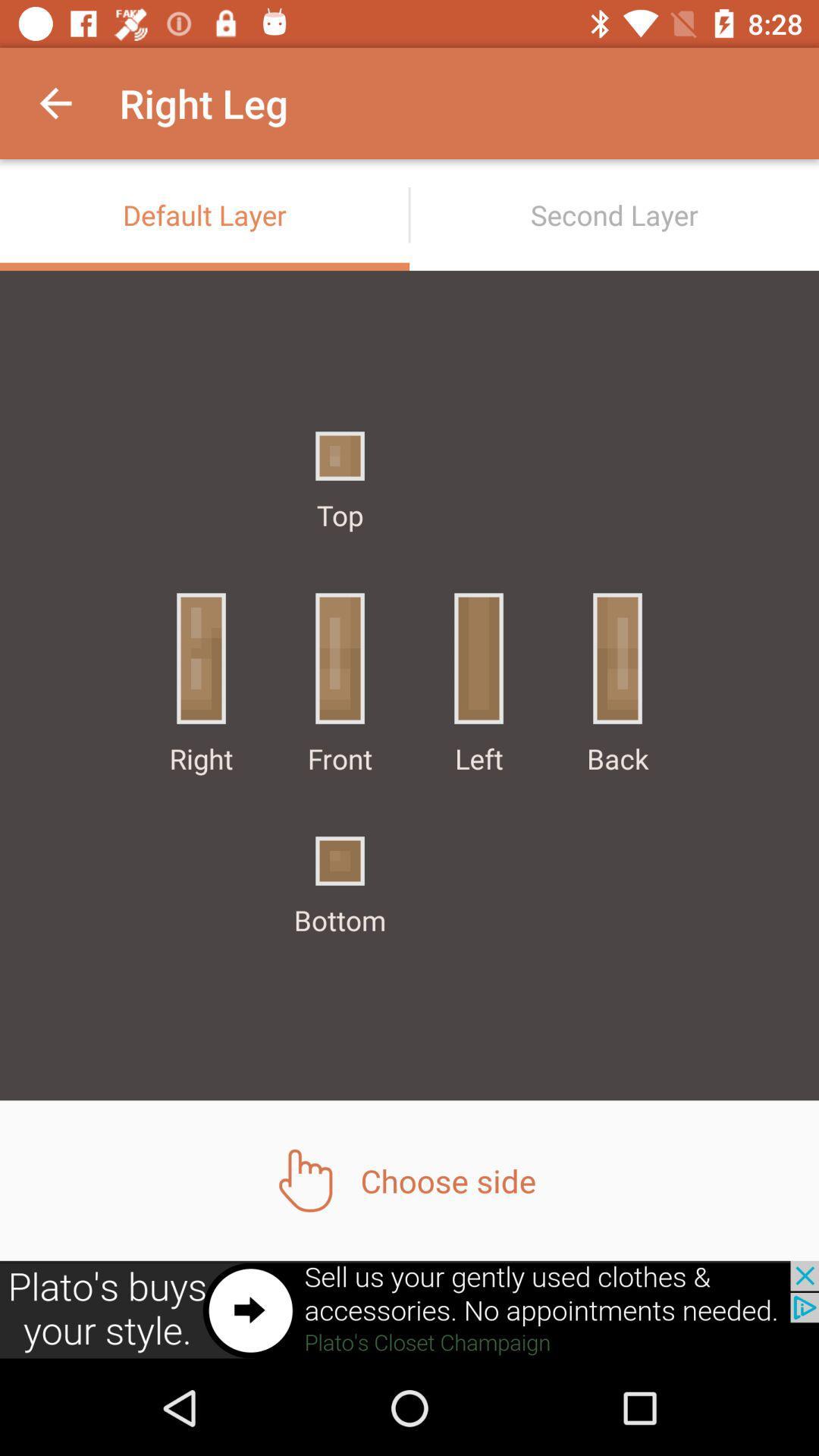 The height and width of the screenshot is (1456, 819). Describe the element at coordinates (409, 1310) in the screenshot. I see `shows the advertisement tab` at that location.